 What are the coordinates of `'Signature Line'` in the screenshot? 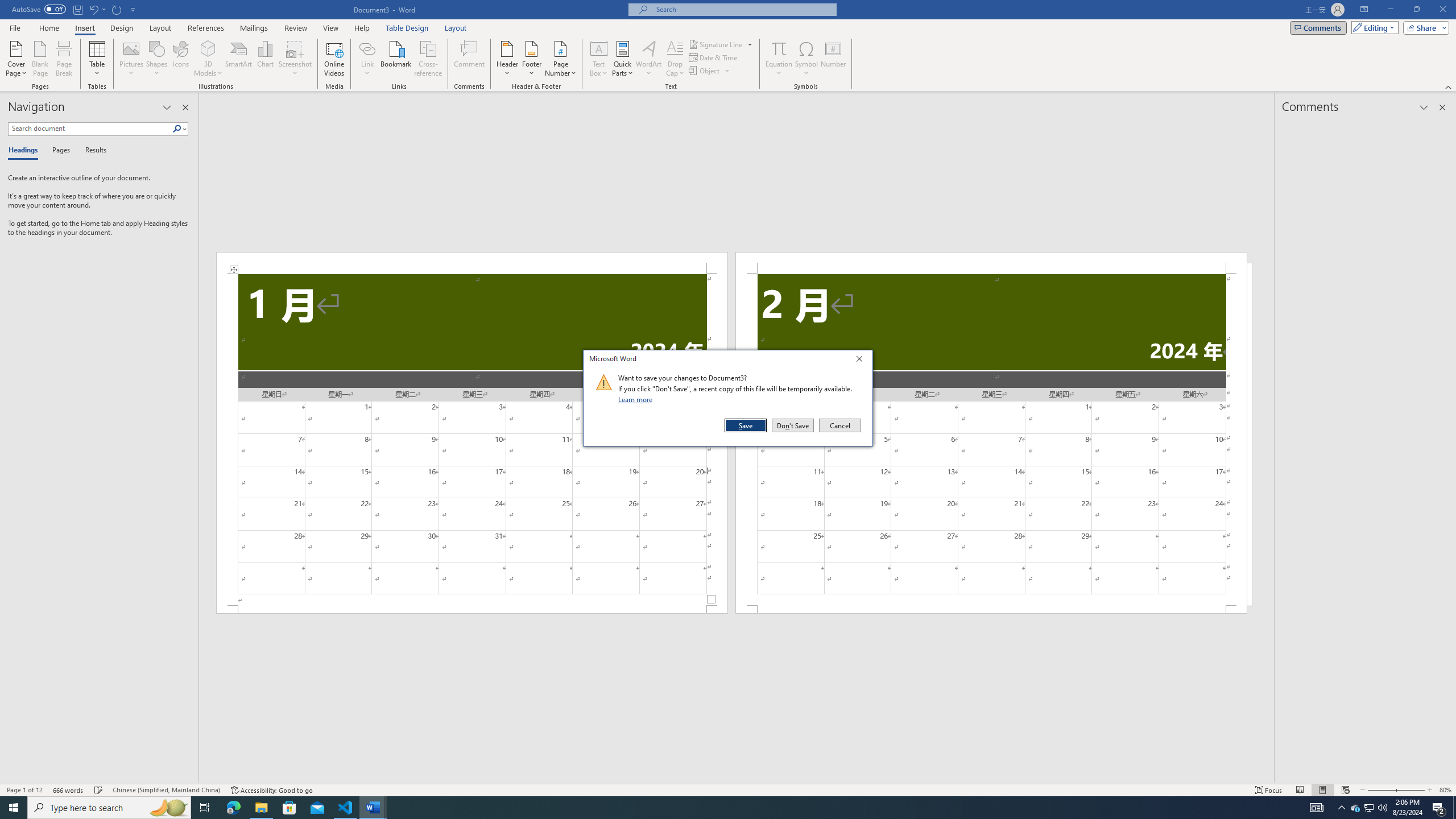 It's located at (716, 44).